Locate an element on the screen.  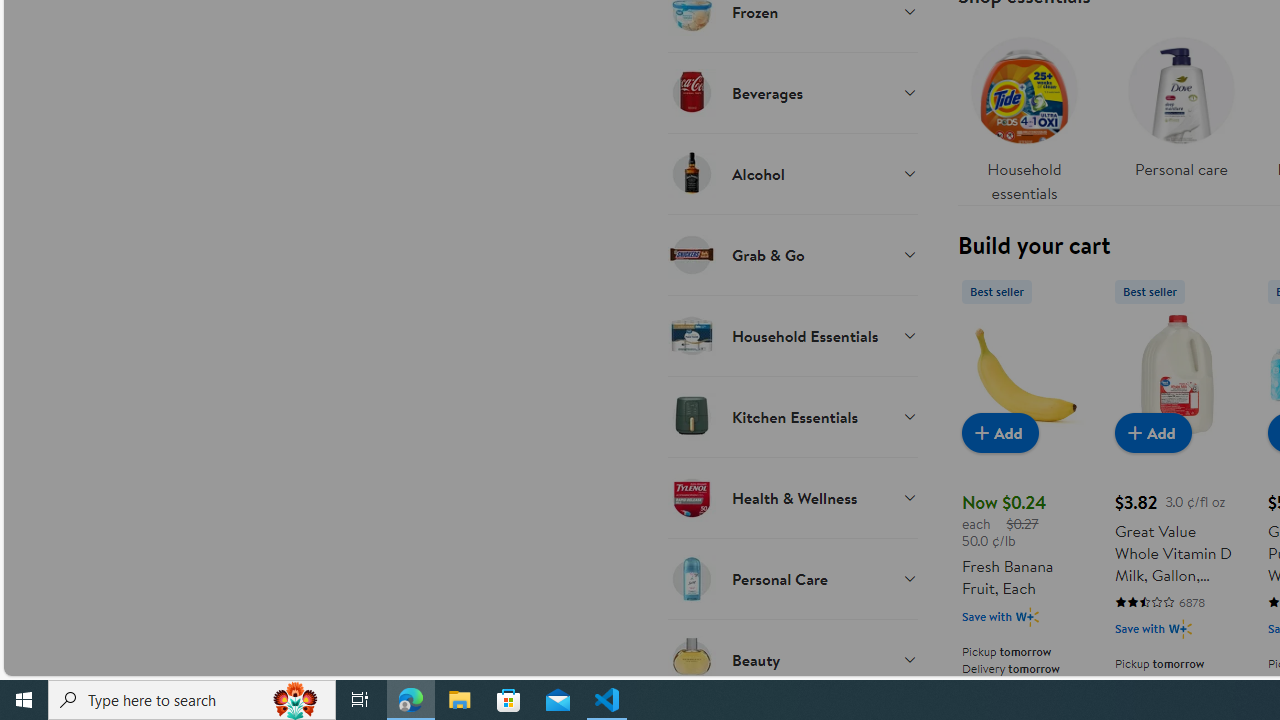
'Health & Wellness' is located at coordinates (791, 496).